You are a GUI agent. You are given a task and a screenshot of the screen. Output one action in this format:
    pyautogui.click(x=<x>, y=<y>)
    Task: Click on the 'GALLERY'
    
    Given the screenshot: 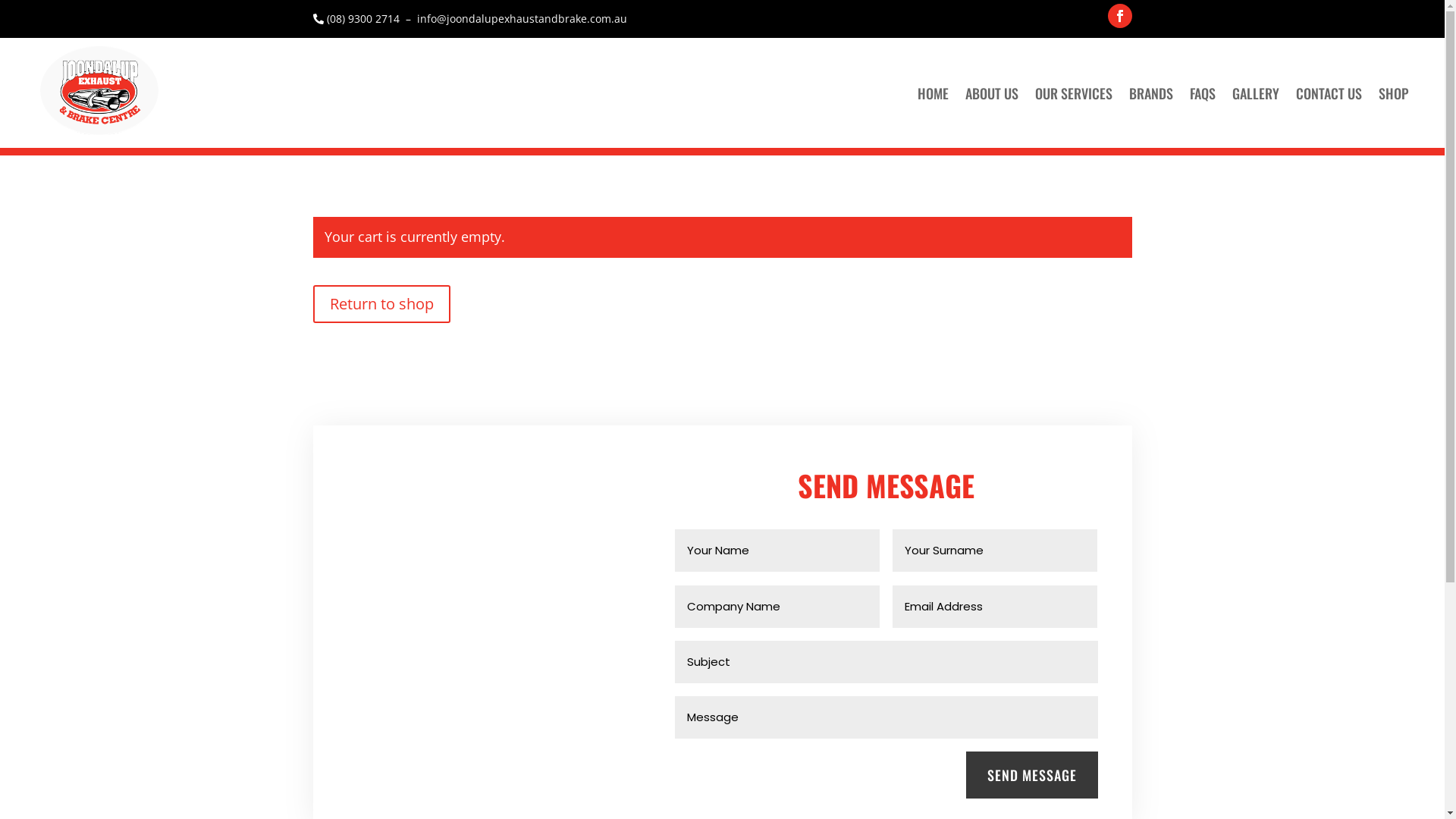 What is the action you would take?
    pyautogui.click(x=1256, y=93)
    